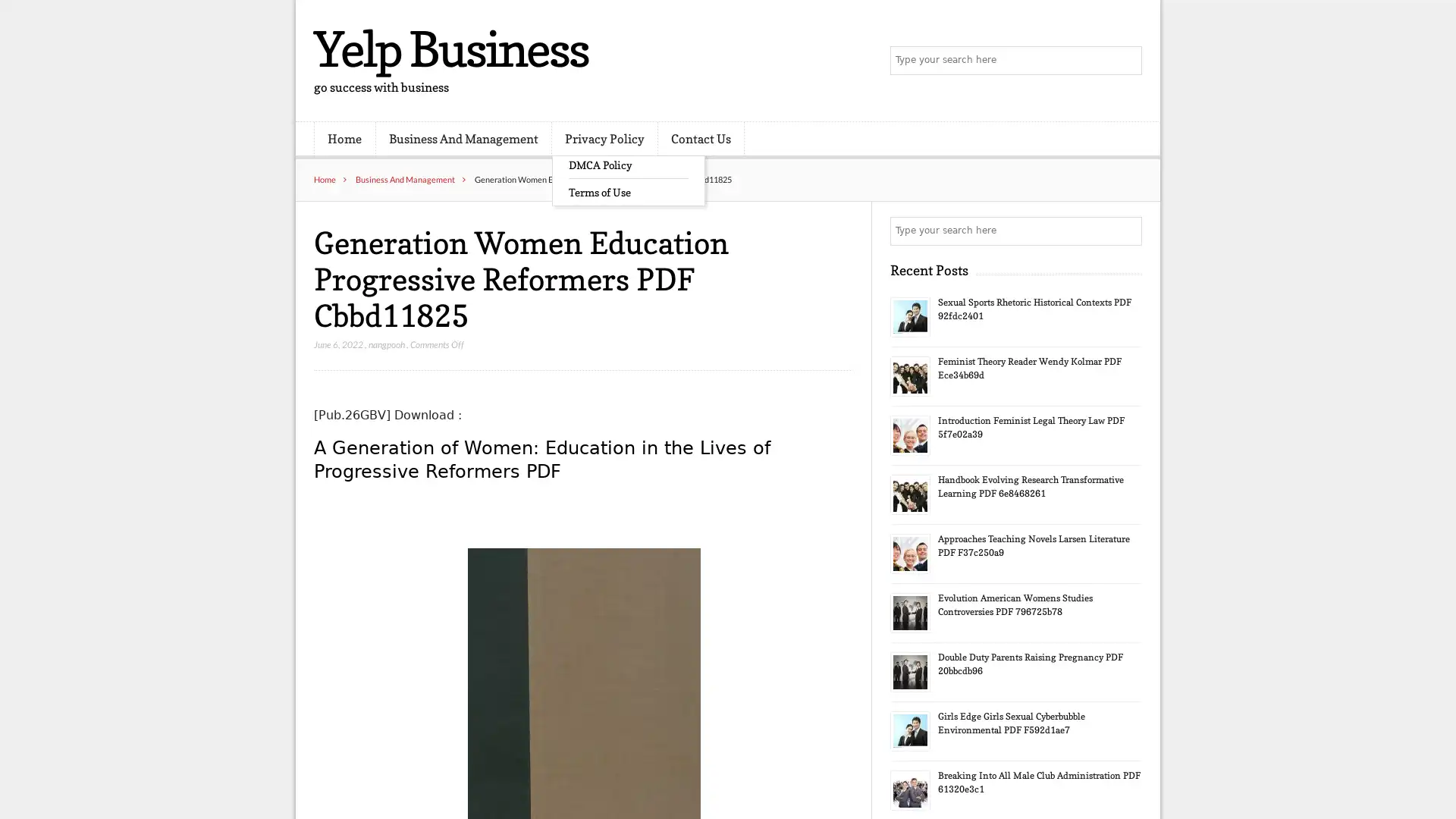 The height and width of the screenshot is (819, 1456). Describe the element at coordinates (1126, 61) in the screenshot. I see `Search` at that location.